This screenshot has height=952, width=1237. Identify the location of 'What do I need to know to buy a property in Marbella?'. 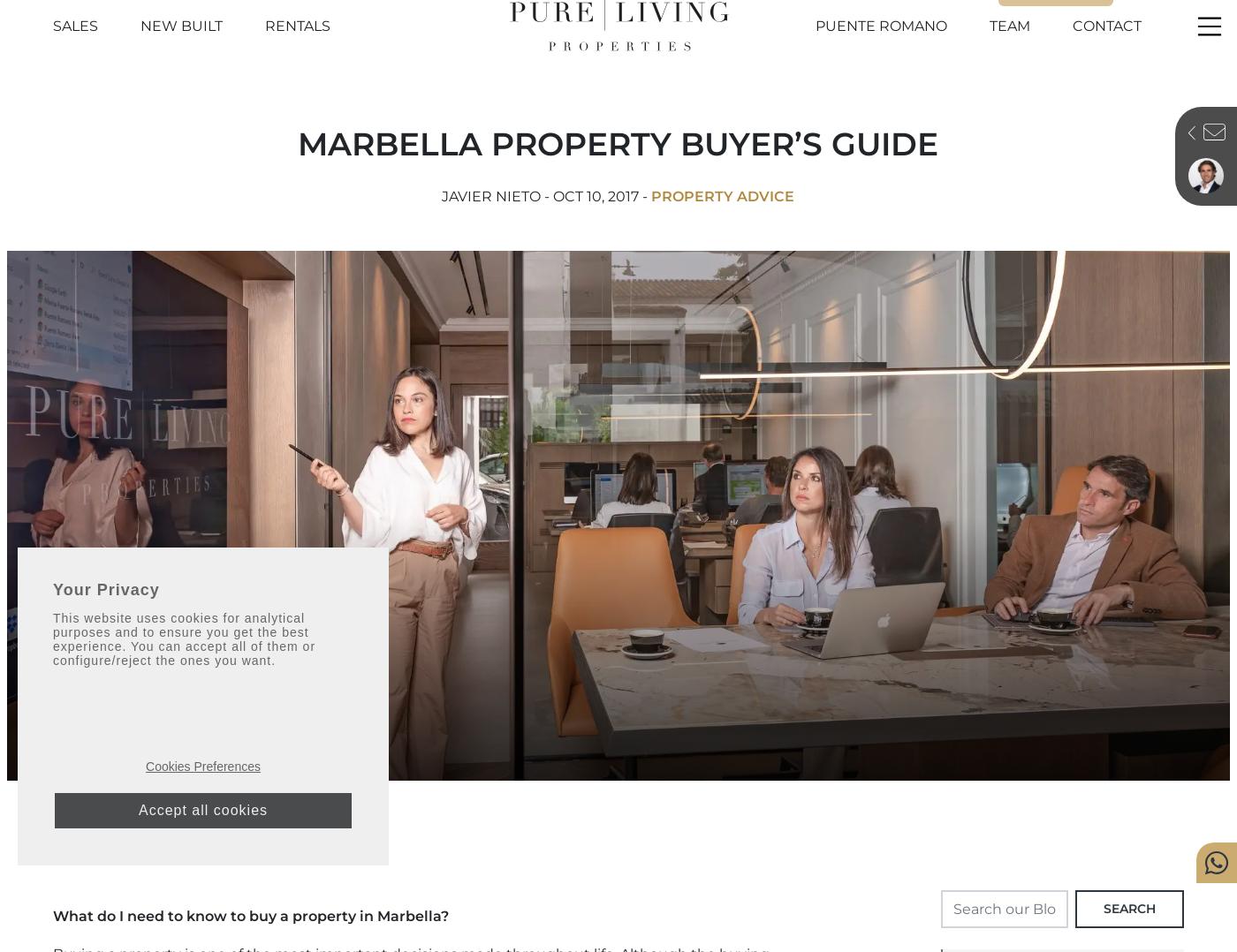
(251, 914).